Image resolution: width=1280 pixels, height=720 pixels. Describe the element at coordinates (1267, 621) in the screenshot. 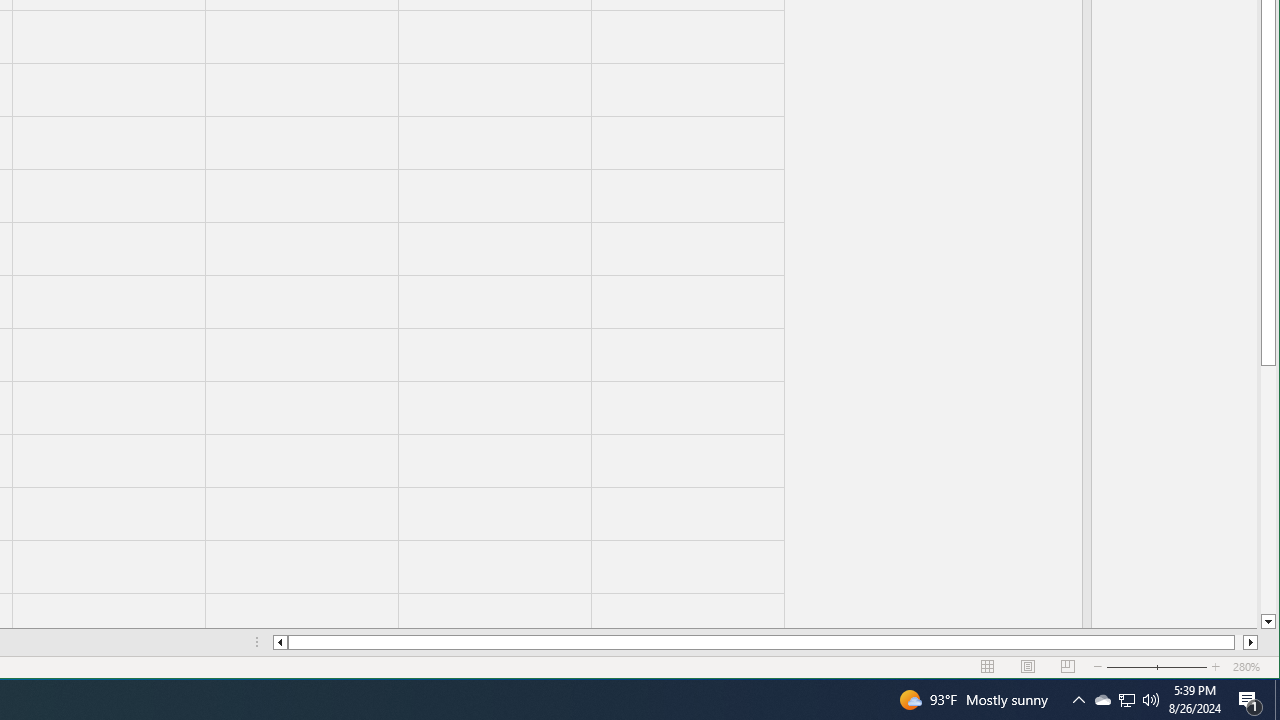

I see `'Column right'` at that location.